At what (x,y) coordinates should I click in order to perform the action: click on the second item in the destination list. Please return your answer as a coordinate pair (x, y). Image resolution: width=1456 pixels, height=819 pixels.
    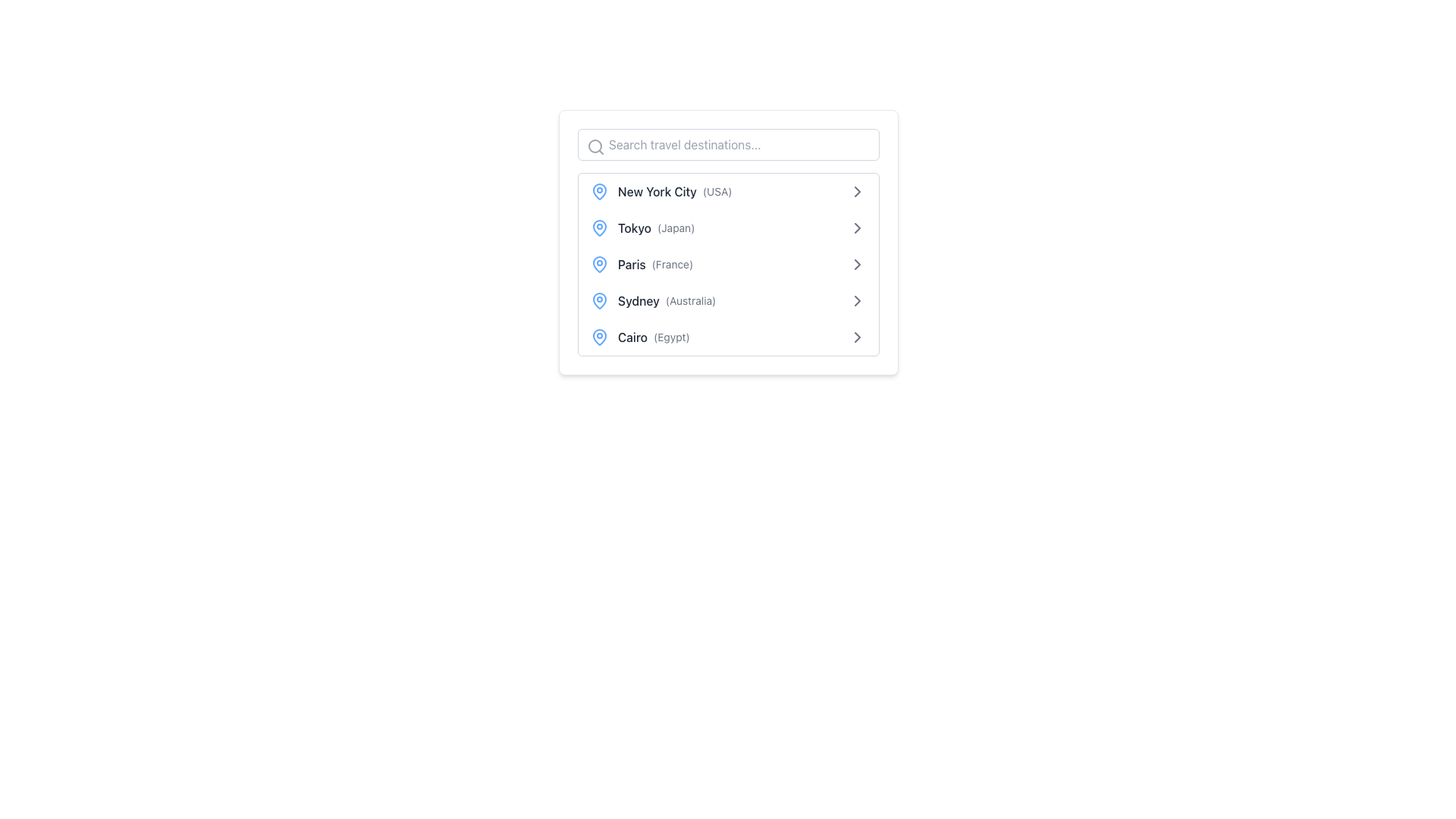
    Looking at the image, I should click on (728, 227).